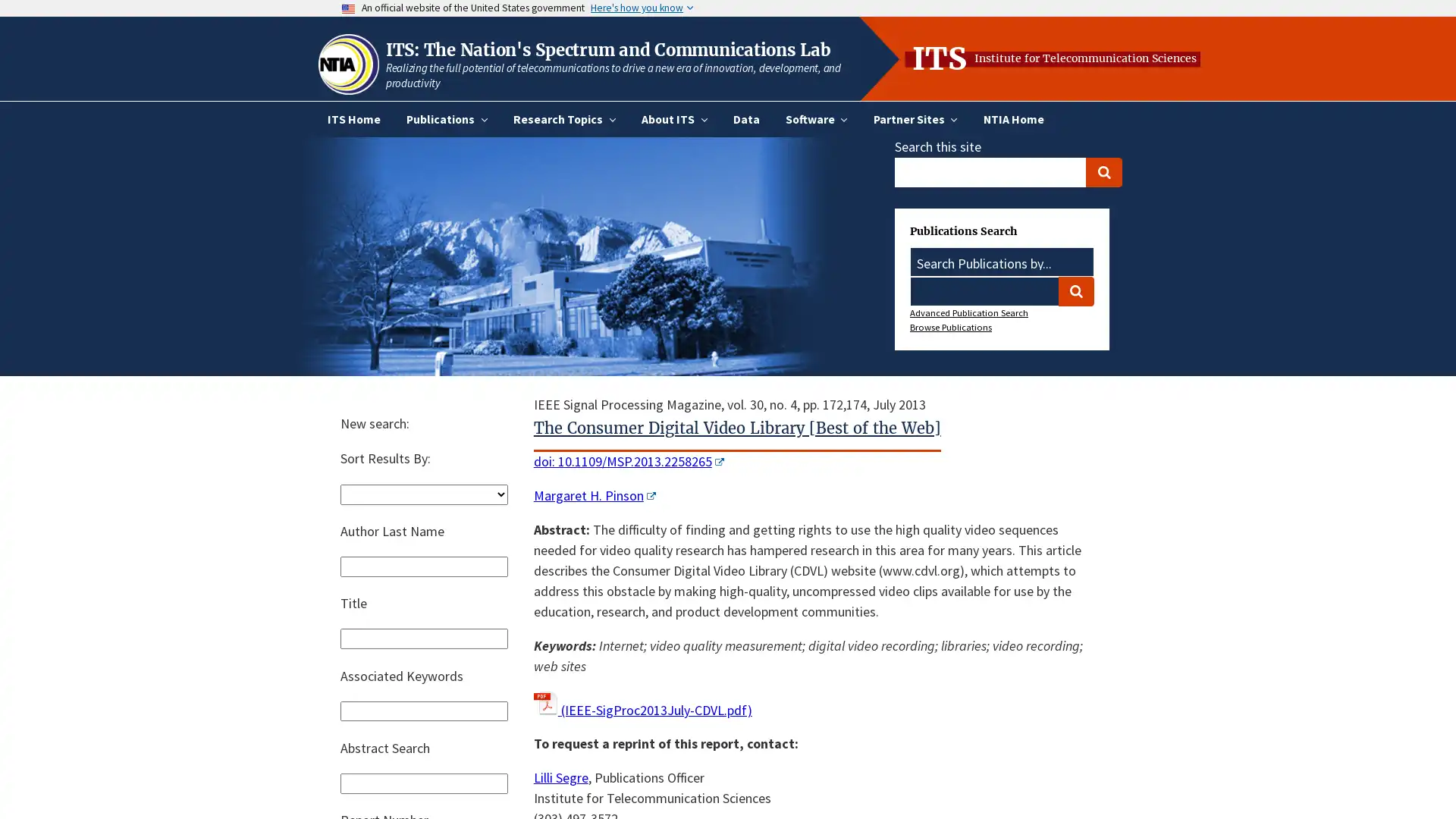  I want to click on Software, so click(814, 118).